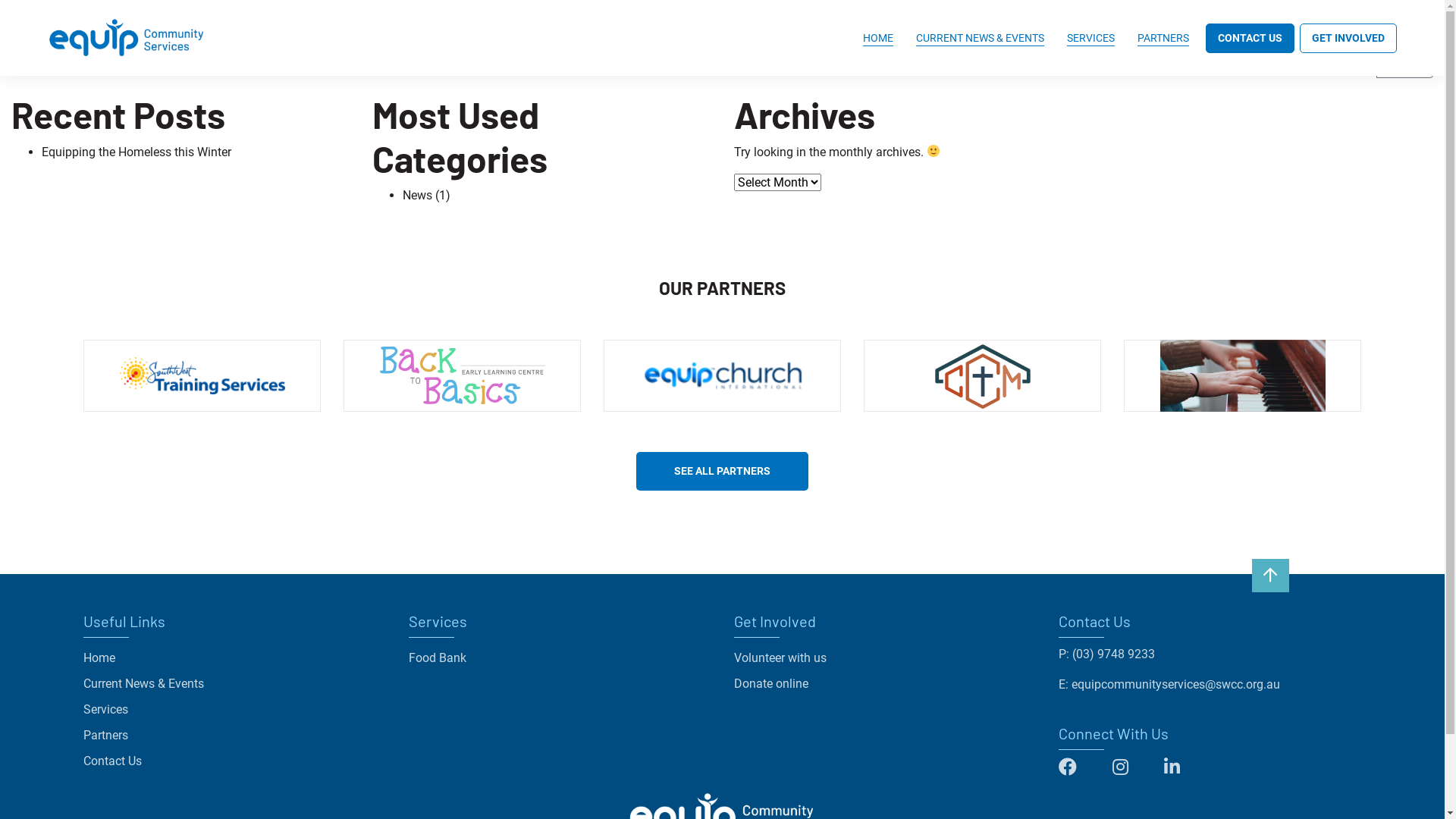 The height and width of the screenshot is (819, 1456). What do you see at coordinates (1250, 36) in the screenshot?
I see `'CONTACT US'` at bounding box center [1250, 36].